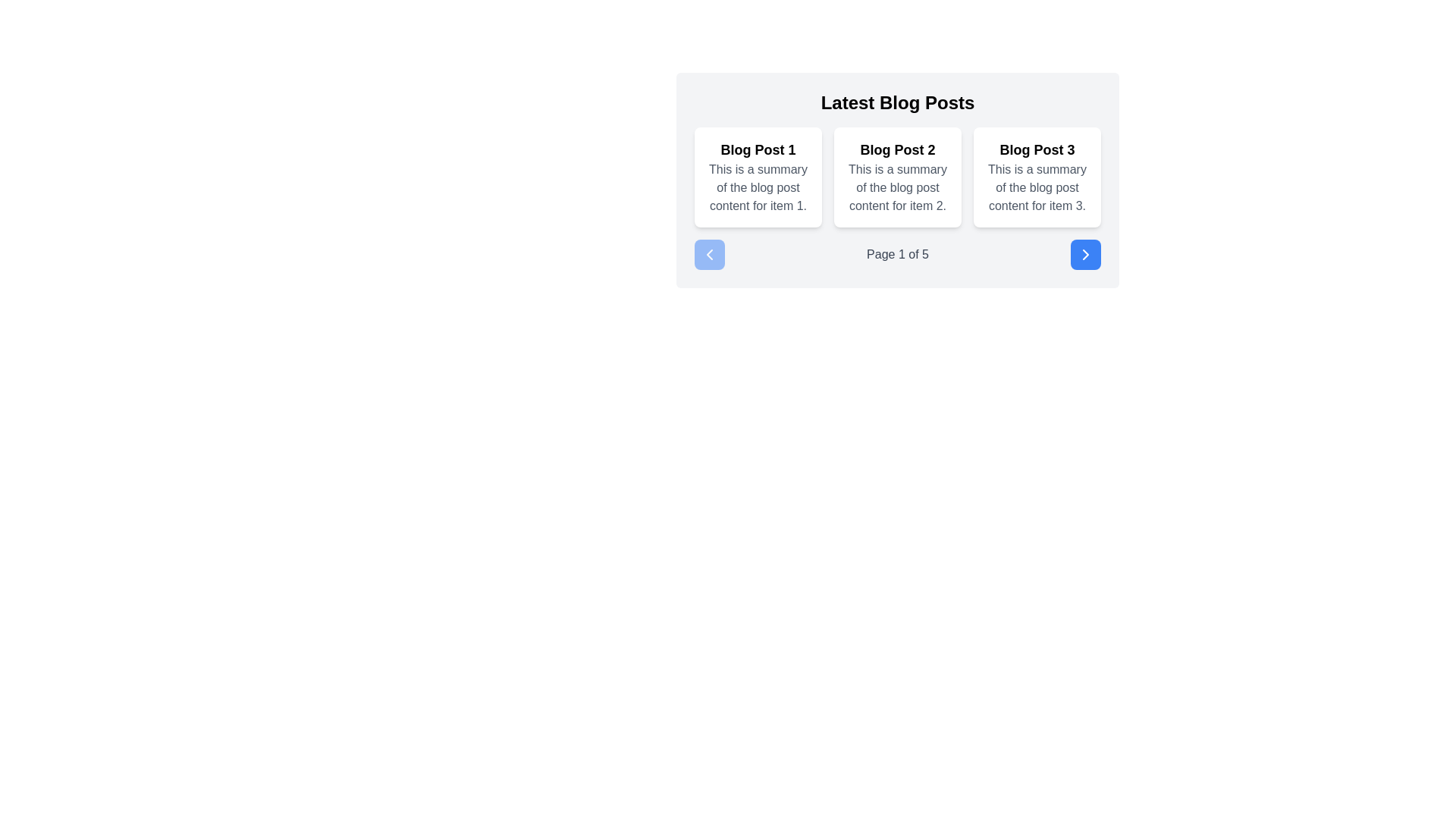 The height and width of the screenshot is (819, 1456). What do you see at coordinates (1037, 187) in the screenshot?
I see `the static text element that provides a summary for 'Blog Post 3', which is styled in gray and located within the card layout` at bounding box center [1037, 187].